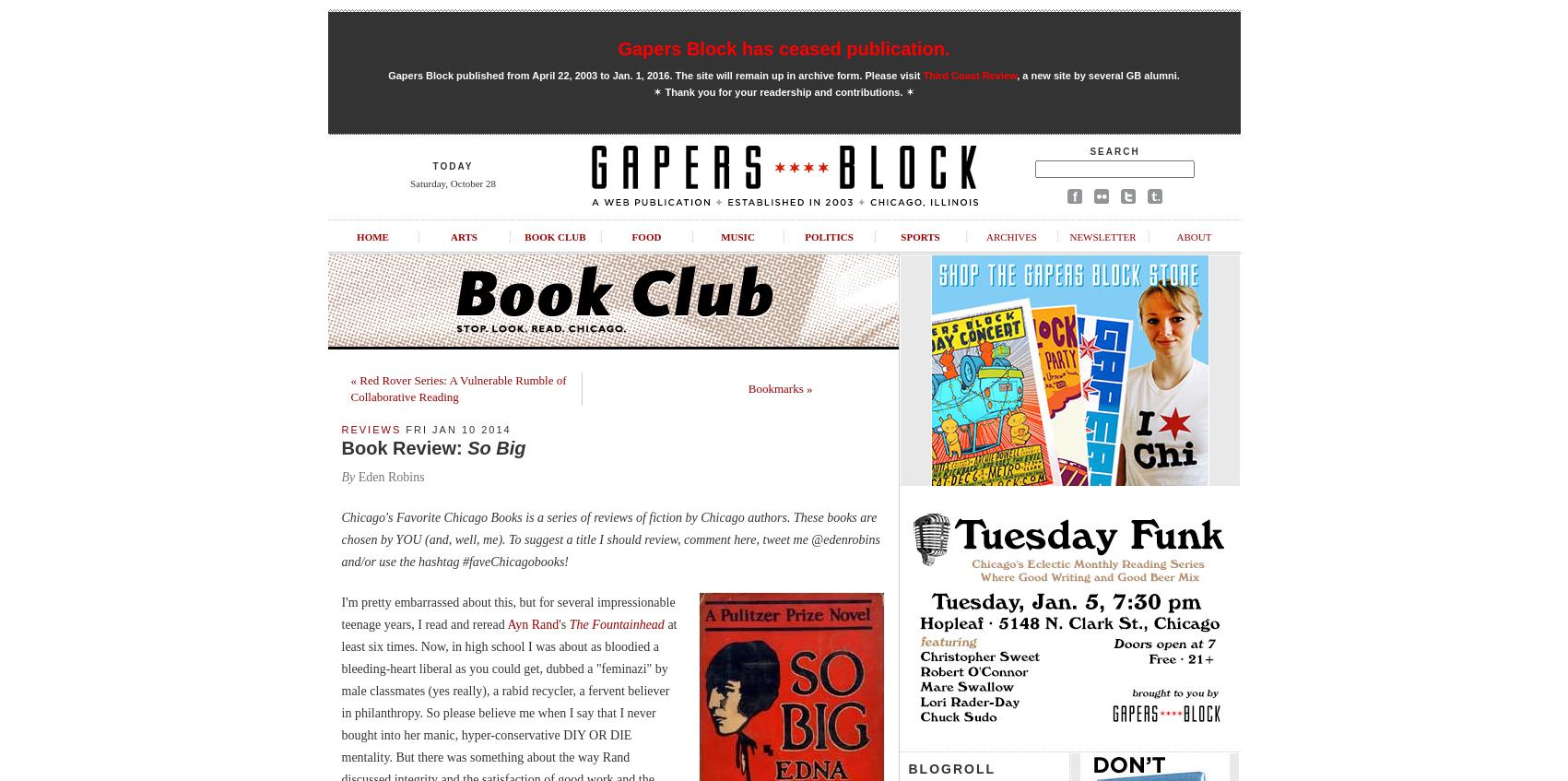 The width and height of the screenshot is (1568, 781). What do you see at coordinates (609, 539) in the screenshot?
I see `'Chicago's Favorite Chicago Books is a series of reviews of fiction by Chicago authors. These books are chosen by YOU (and, well, me). To suggest a title I should review, comment here, tweet me @edenrobins and/or use the hashtag #faveChicagobooks!'` at bounding box center [609, 539].